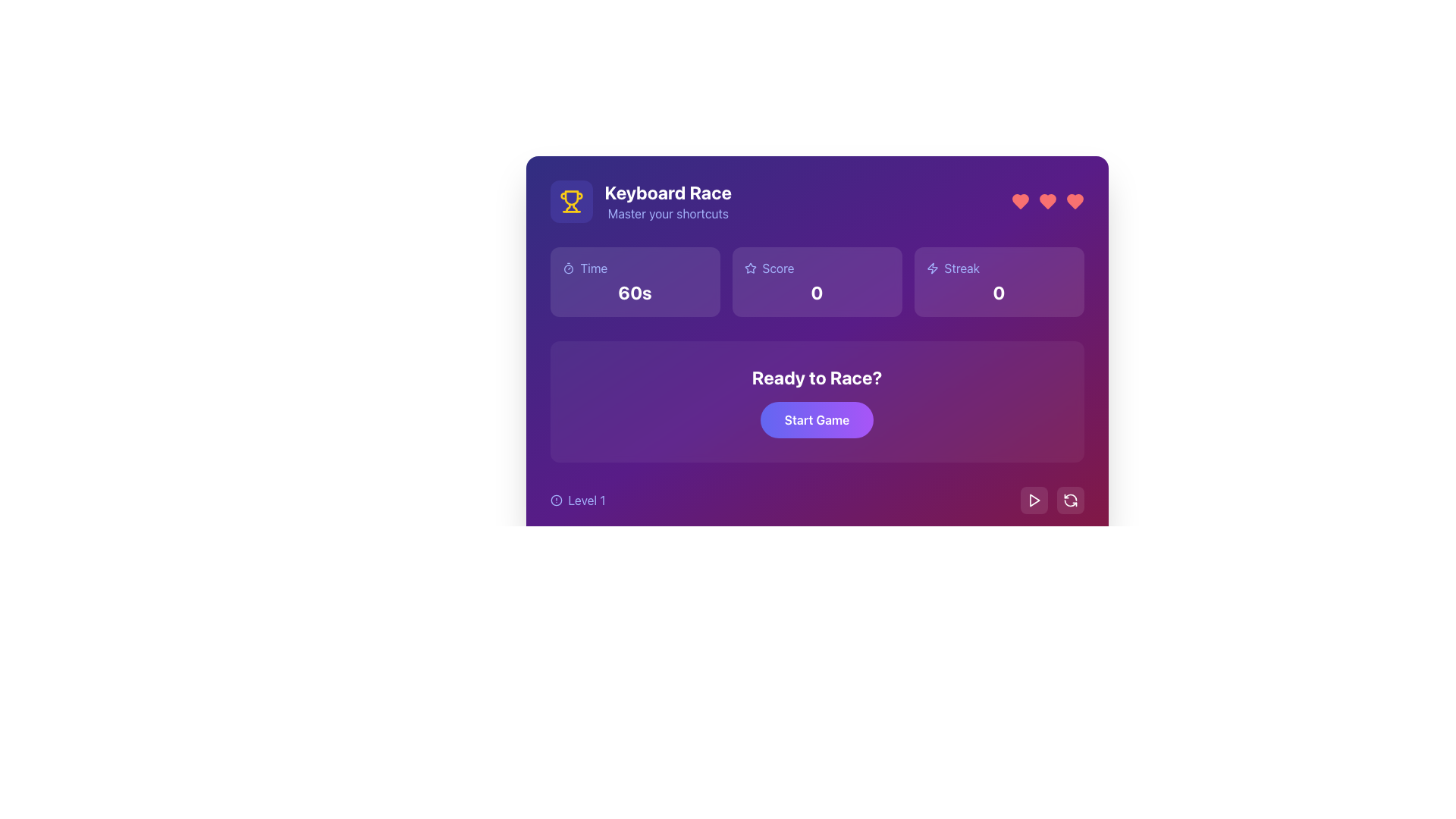 The image size is (1456, 819). Describe the element at coordinates (570, 201) in the screenshot. I see `the trophy icon with a yellow outline on a purple background, which is located to the left of the 'Keyboard Race' title text` at that location.